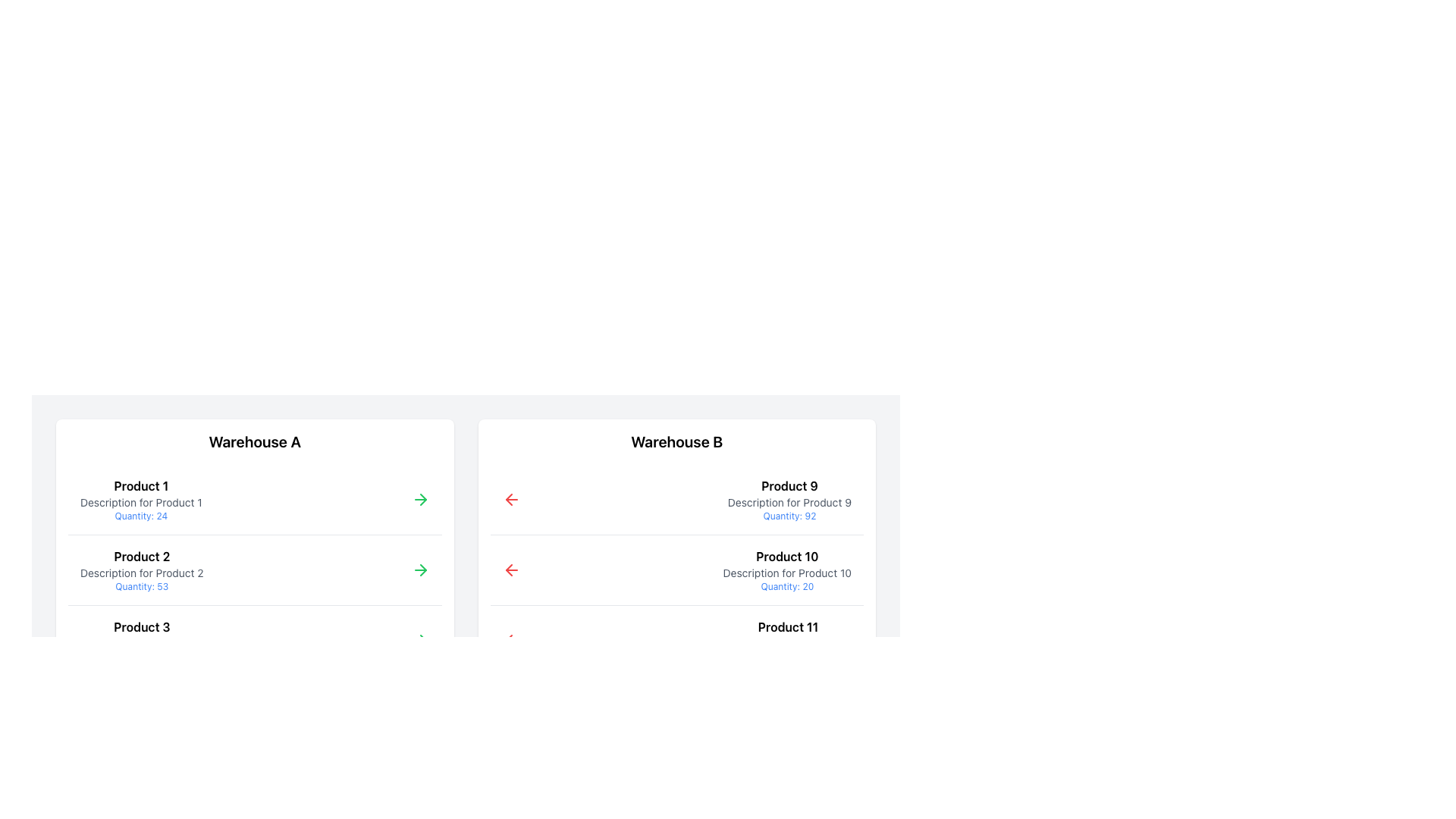  Describe the element at coordinates (142, 640) in the screenshot. I see `the list item displaying 'Product 3' with additional information and quantity details under the 'Warehouse A' section` at that location.